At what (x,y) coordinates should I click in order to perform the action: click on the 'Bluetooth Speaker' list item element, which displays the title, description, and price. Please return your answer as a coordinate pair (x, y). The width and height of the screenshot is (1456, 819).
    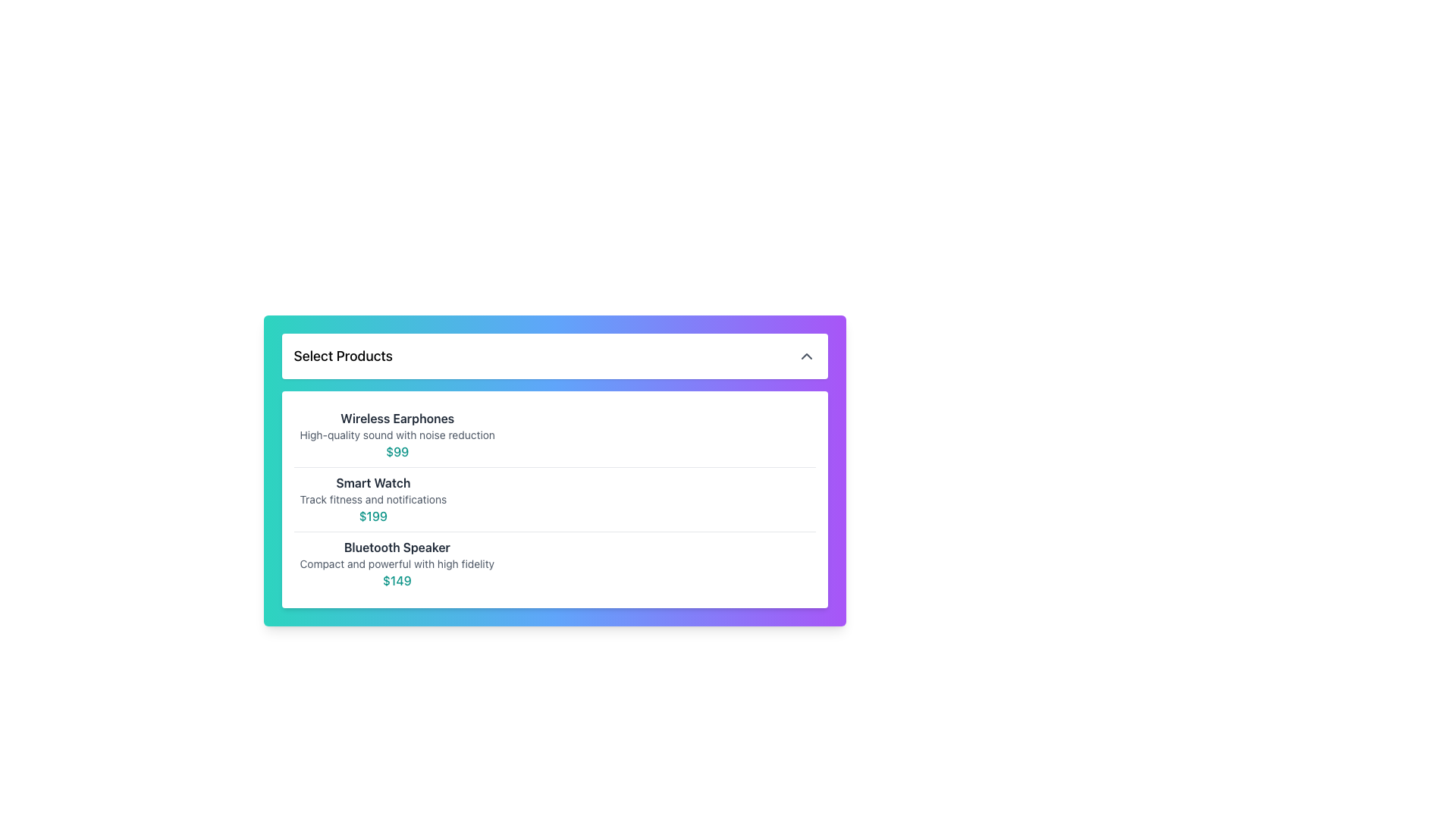
    Looking at the image, I should click on (554, 564).